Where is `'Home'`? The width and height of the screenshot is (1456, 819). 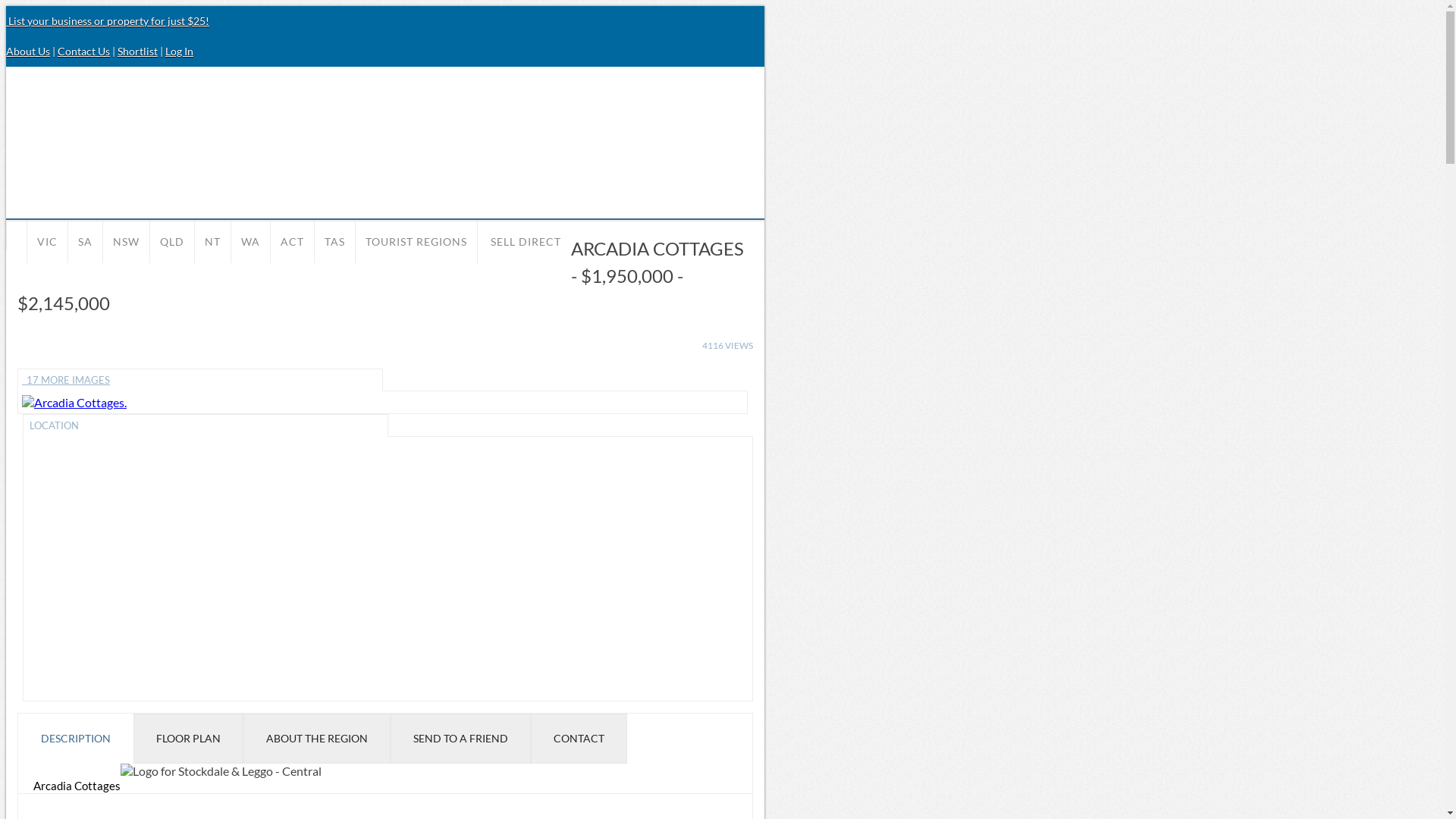
'Home' is located at coordinates (17, 234).